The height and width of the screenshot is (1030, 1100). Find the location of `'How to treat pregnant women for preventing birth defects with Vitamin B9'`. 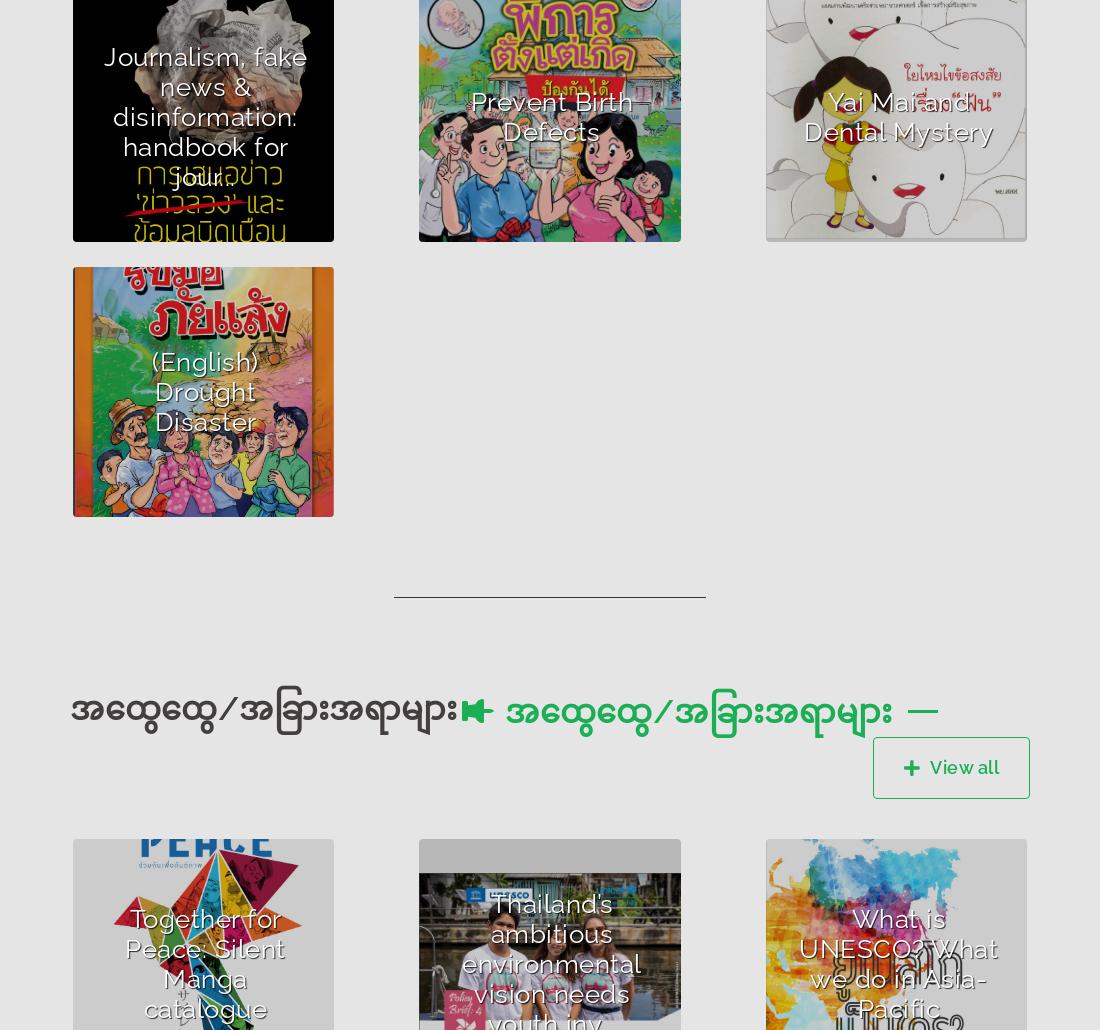

'How to treat pregnant women for preventing birth defects with Vitamin B9' is located at coordinates (545, 151).